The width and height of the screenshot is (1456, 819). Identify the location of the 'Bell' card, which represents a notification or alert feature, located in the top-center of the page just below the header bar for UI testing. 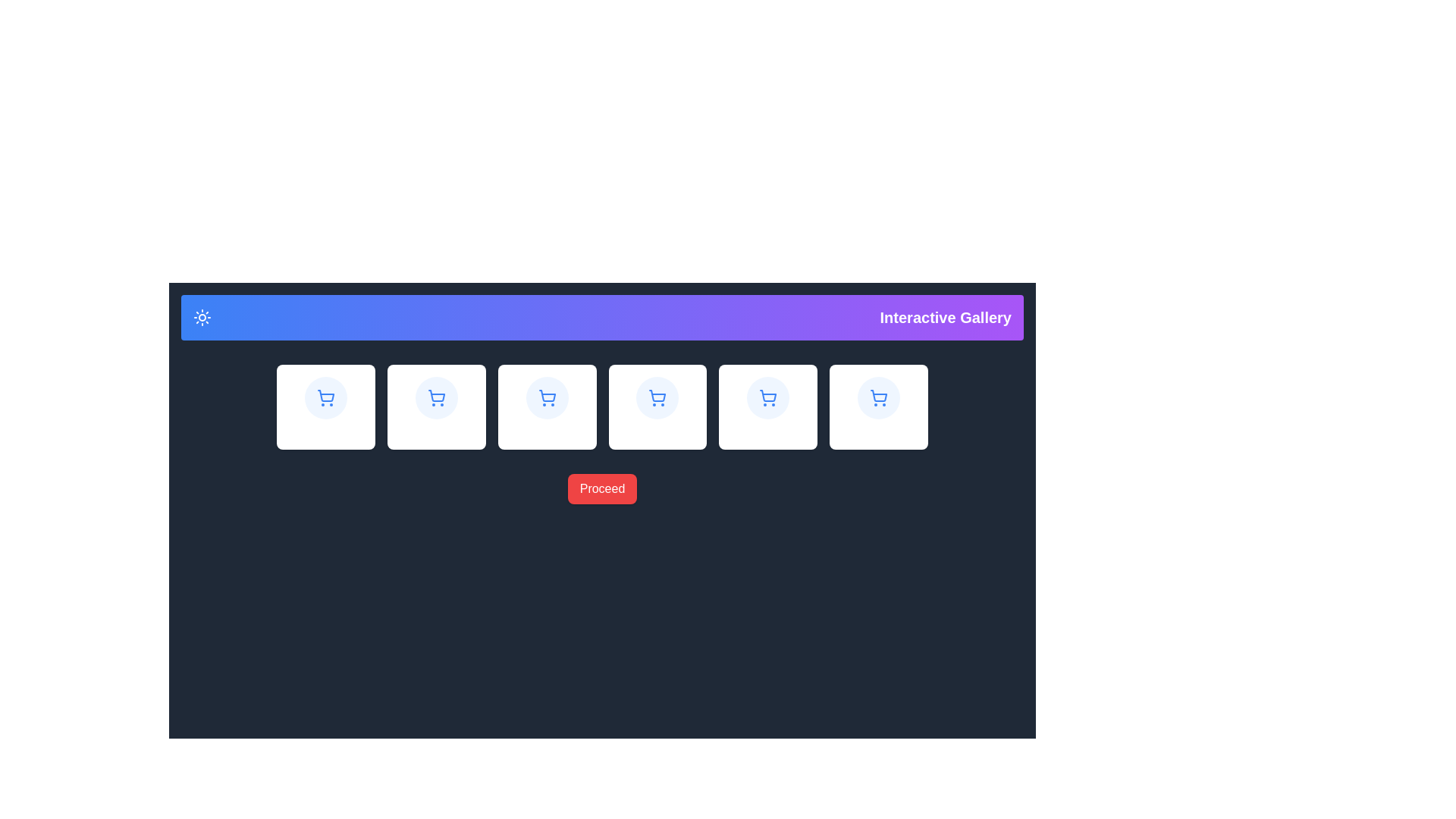
(435, 406).